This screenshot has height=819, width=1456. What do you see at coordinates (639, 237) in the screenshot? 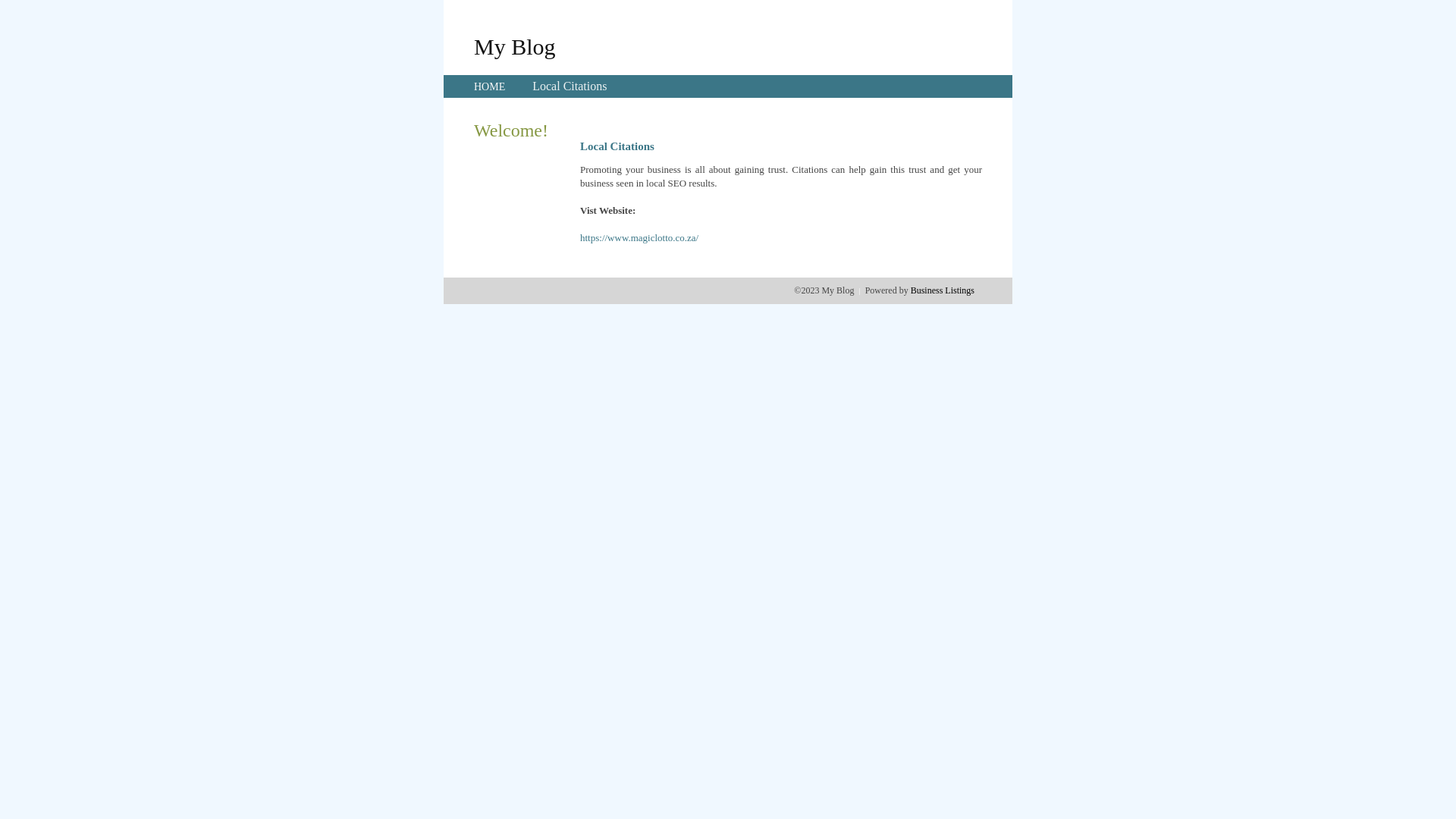
I see `'https://www.magiclotto.co.za/'` at bounding box center [639, 237].